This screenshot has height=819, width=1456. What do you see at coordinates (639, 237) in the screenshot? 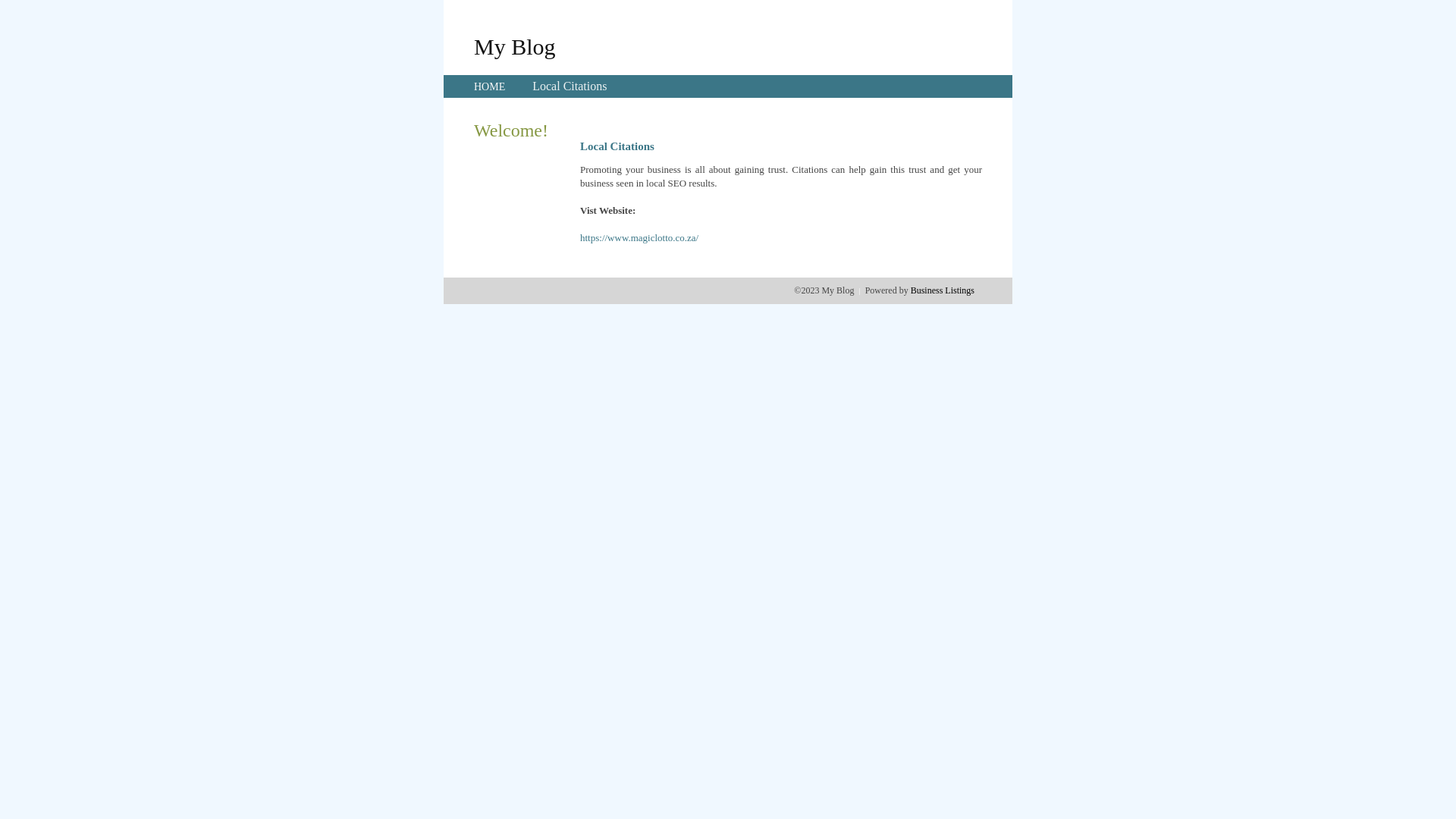
I see `'https://www.magiclotto.co.za/'` at bounding box center [639, 237].